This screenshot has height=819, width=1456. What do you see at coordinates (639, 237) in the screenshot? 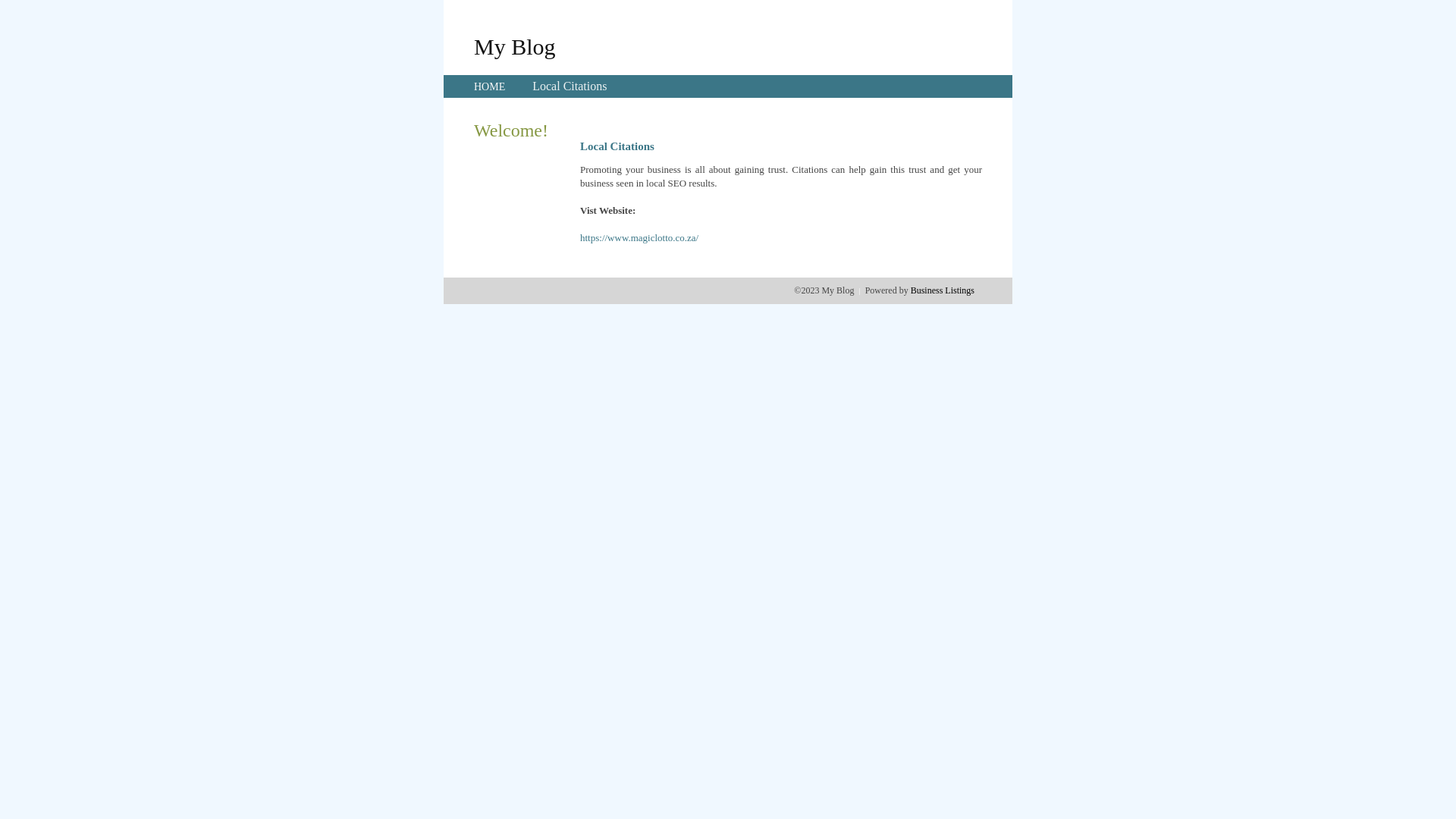
I see `'https://www.magiclotto.co.za/'` at bounding box center [639, 237].